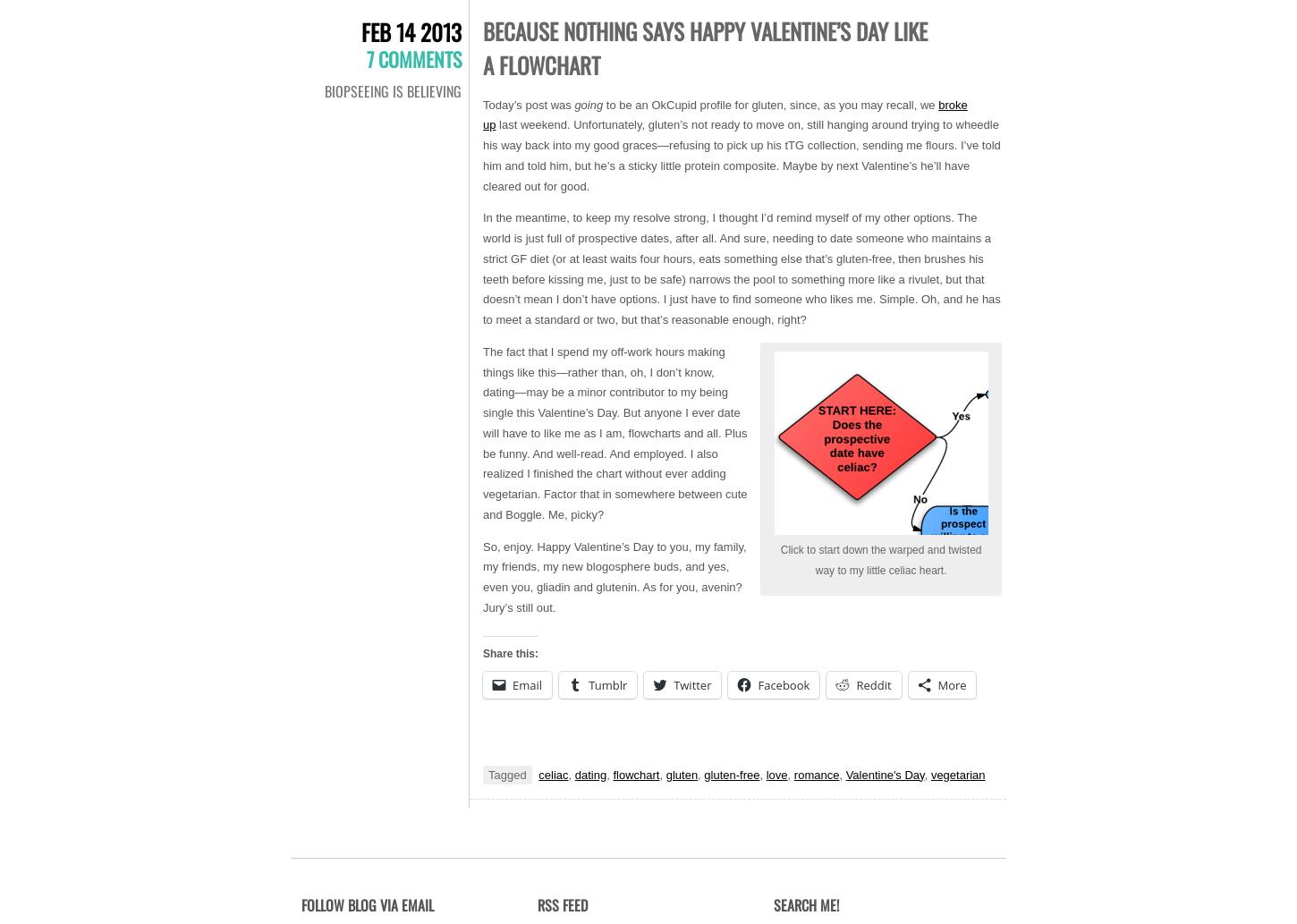  What do you see at coordinates (506, 773) in the screenshot?
I see `'Tagged'` at bounding box center [506, 773].